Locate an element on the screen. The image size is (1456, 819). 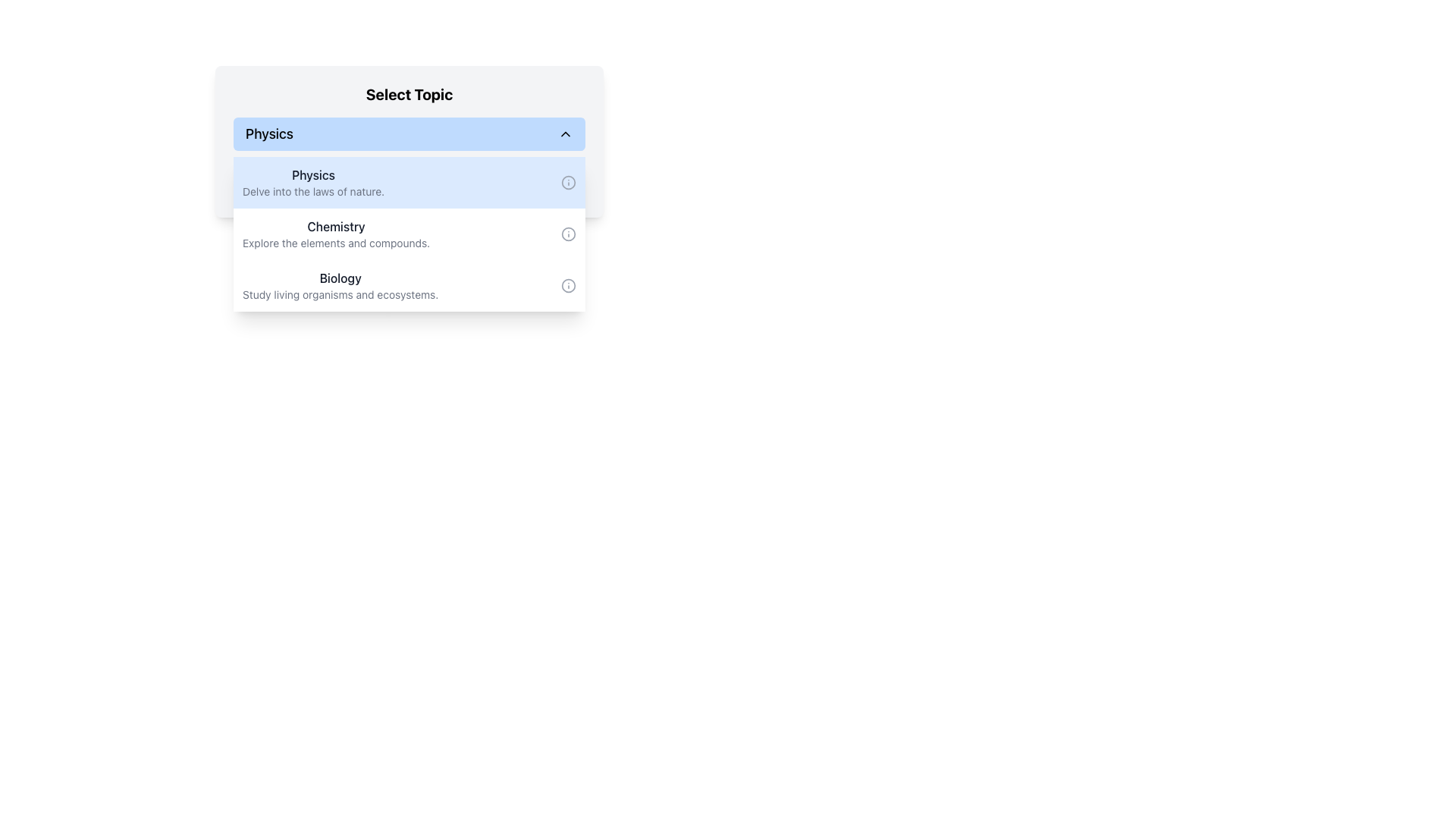
the Text Label indicating the 'Chemistry' topic, which is centrally located and positioned above 'Biology' and below 'Physics' is located at coordinates (335, 227).